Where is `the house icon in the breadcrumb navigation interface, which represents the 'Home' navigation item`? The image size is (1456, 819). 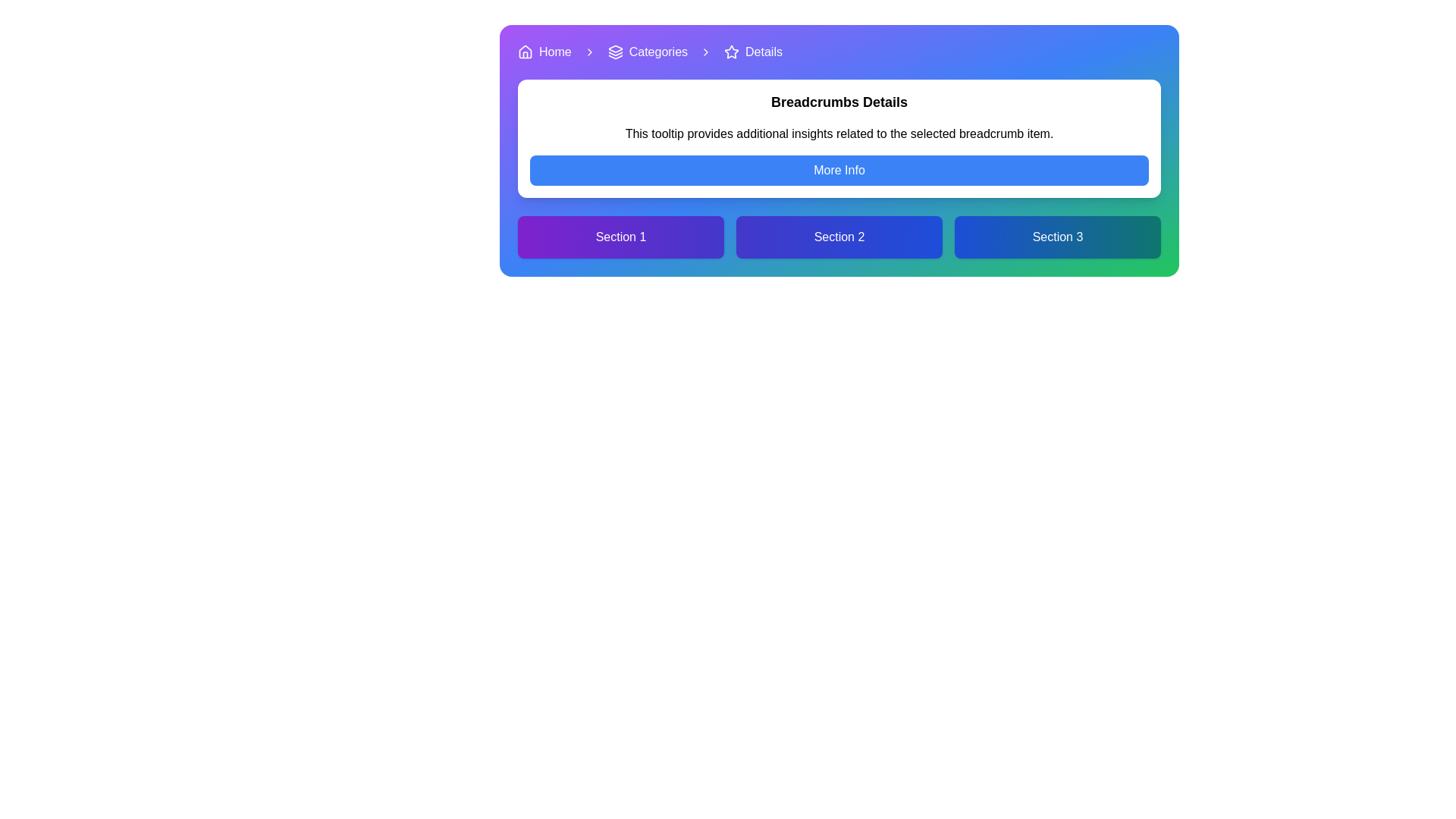 the house icon in the breadcrumb navigation interface, which represents the 'Home' navigation item is located at coordinates (525, 51).